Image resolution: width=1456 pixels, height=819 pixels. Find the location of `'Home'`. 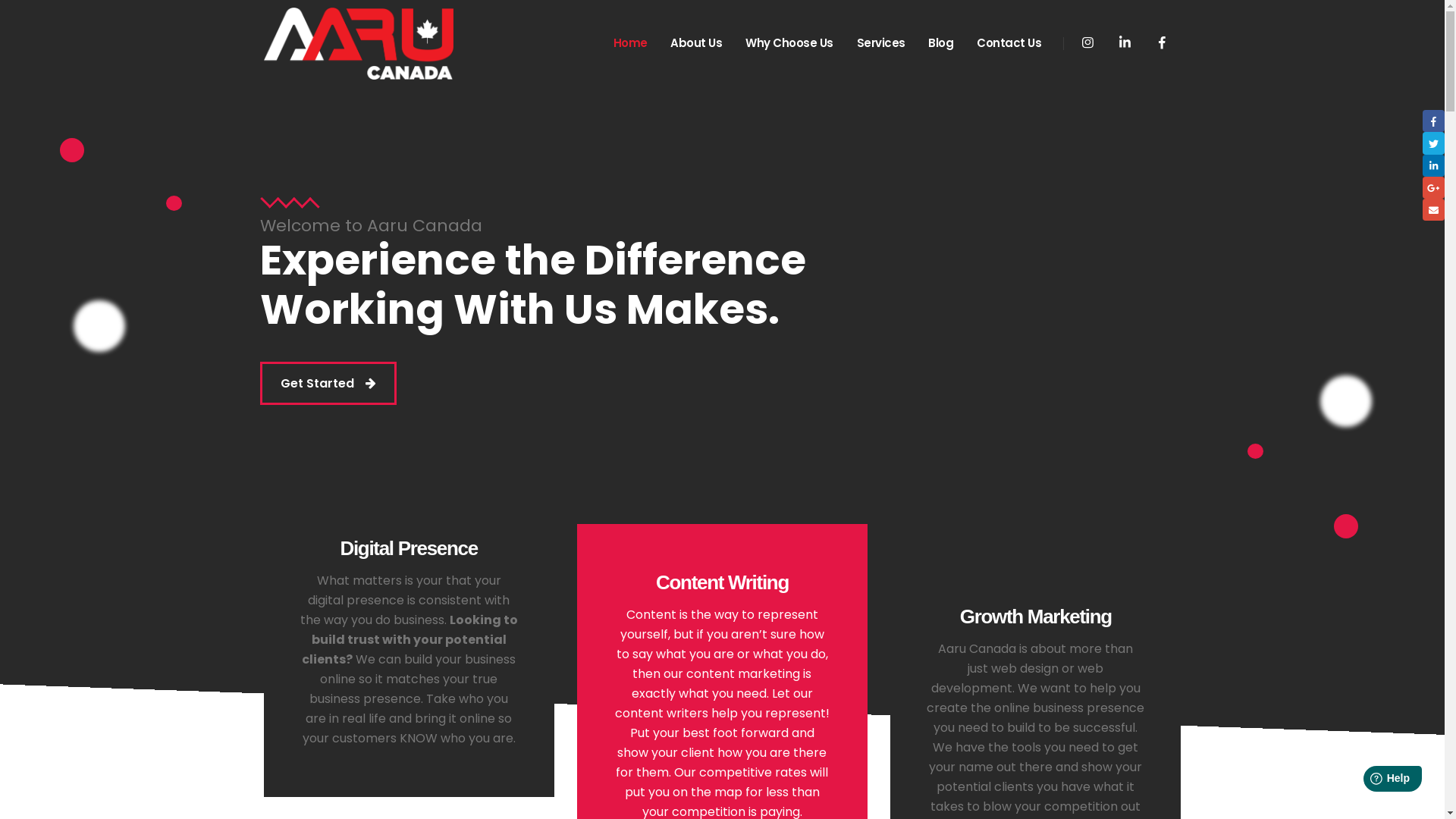

'Home' is located at coordinates (601, 42).